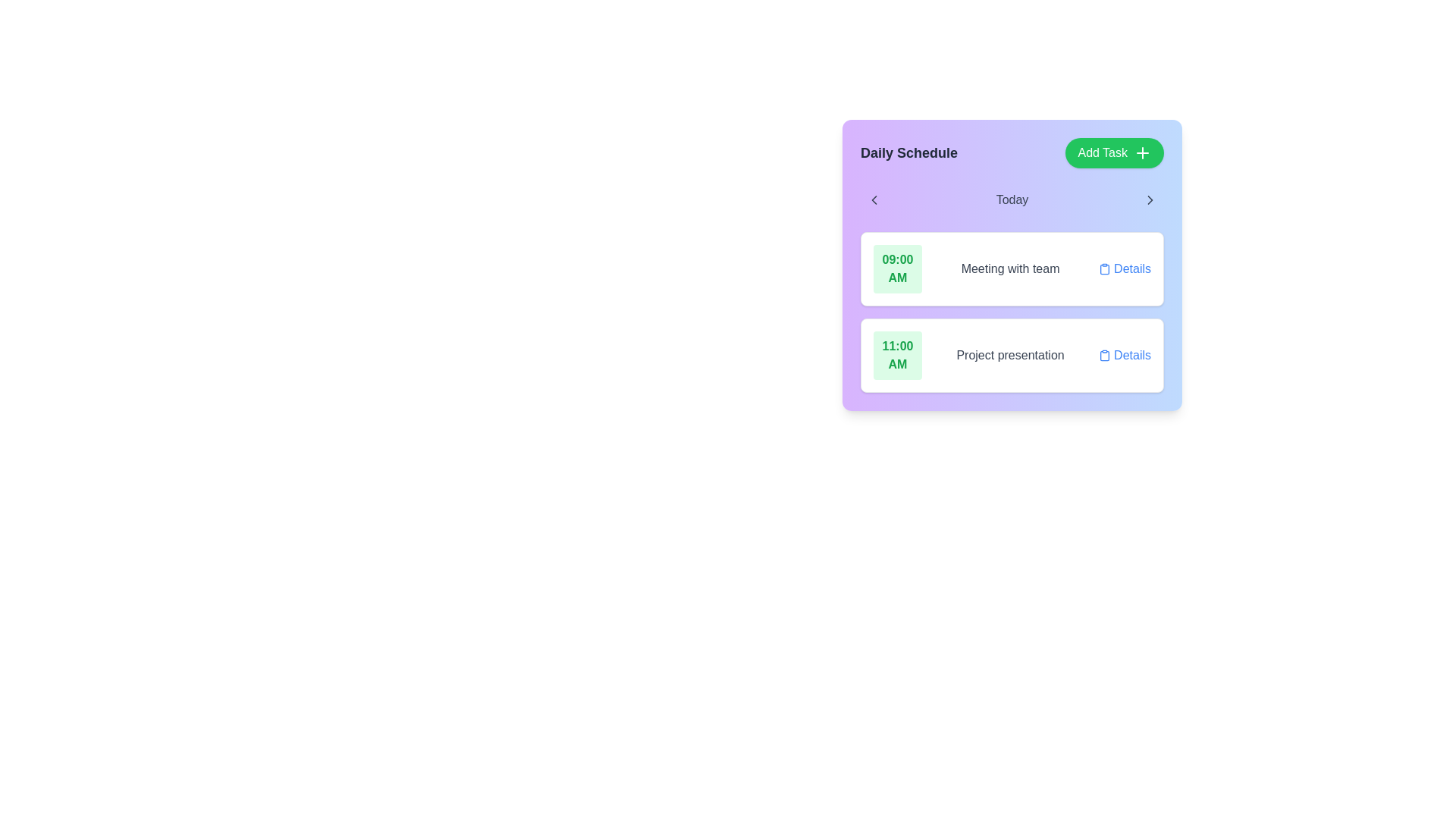  Describe the element at coordinates (874, 199) in the screenshot. I see `the Chevron icon button located in the top-left corner of the 'Daily Schedule' box` at that location.